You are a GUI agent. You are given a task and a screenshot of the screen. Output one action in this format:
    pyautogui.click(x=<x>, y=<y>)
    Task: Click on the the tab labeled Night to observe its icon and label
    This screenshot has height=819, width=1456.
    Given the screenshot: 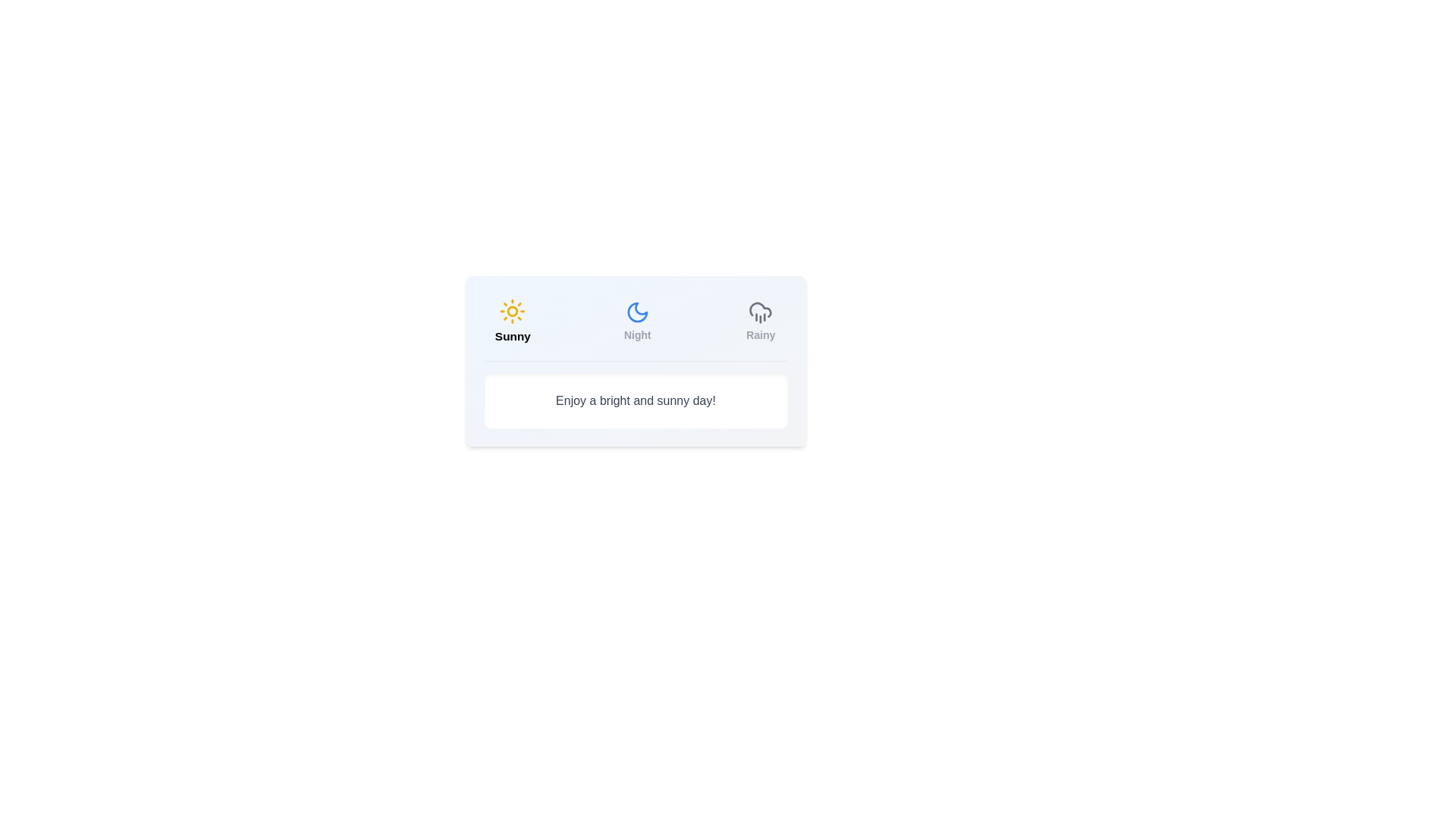 What is the action you would take?
    pyautogui.click(x=637, y=321)
    